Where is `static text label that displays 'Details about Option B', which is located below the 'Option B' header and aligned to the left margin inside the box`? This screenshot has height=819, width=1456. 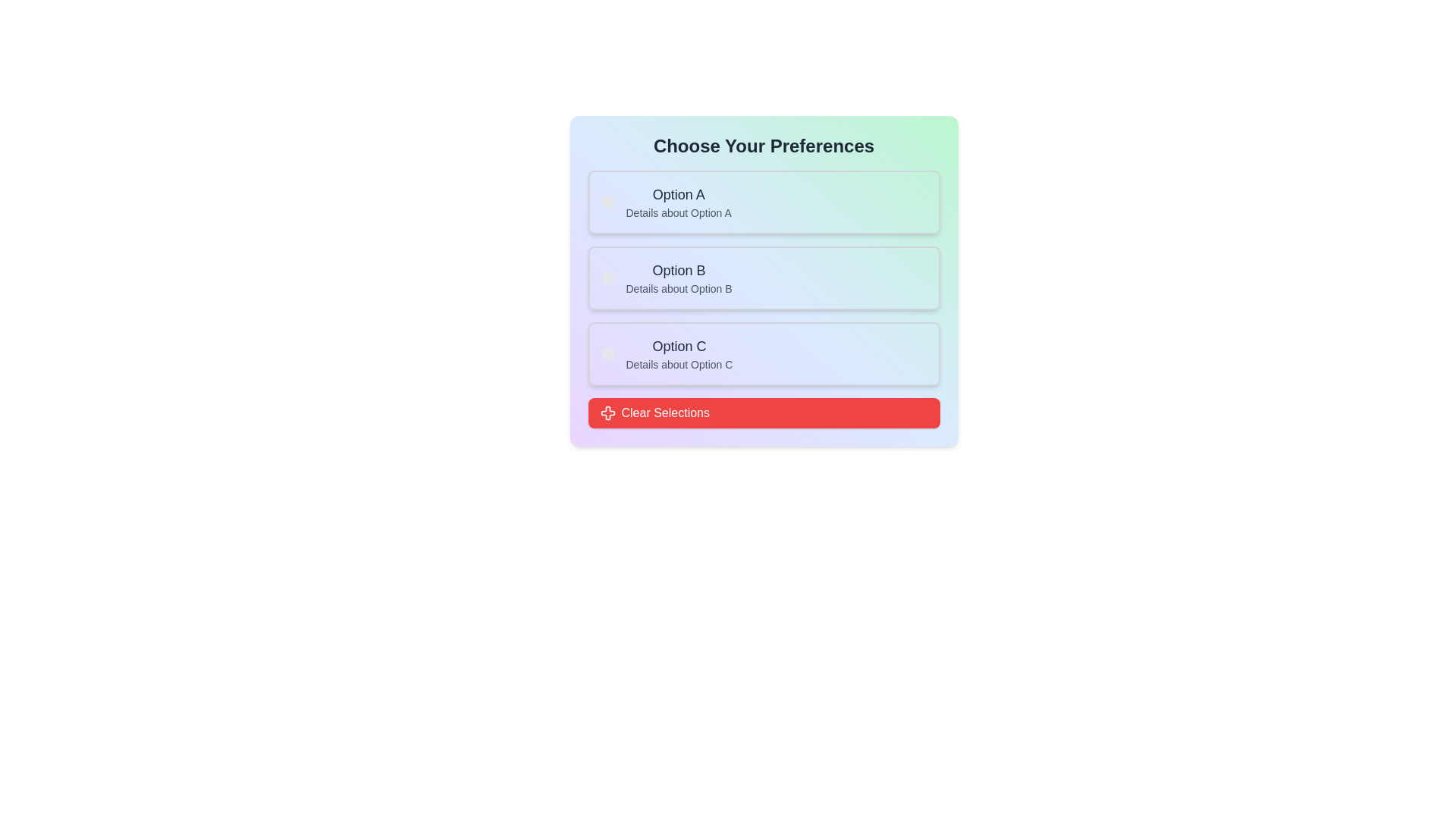
static text label that displays 'Details about Option B', which is located below the 'Option B' header and aligned to the left margin inside the box is located at coordinates (678, 289).